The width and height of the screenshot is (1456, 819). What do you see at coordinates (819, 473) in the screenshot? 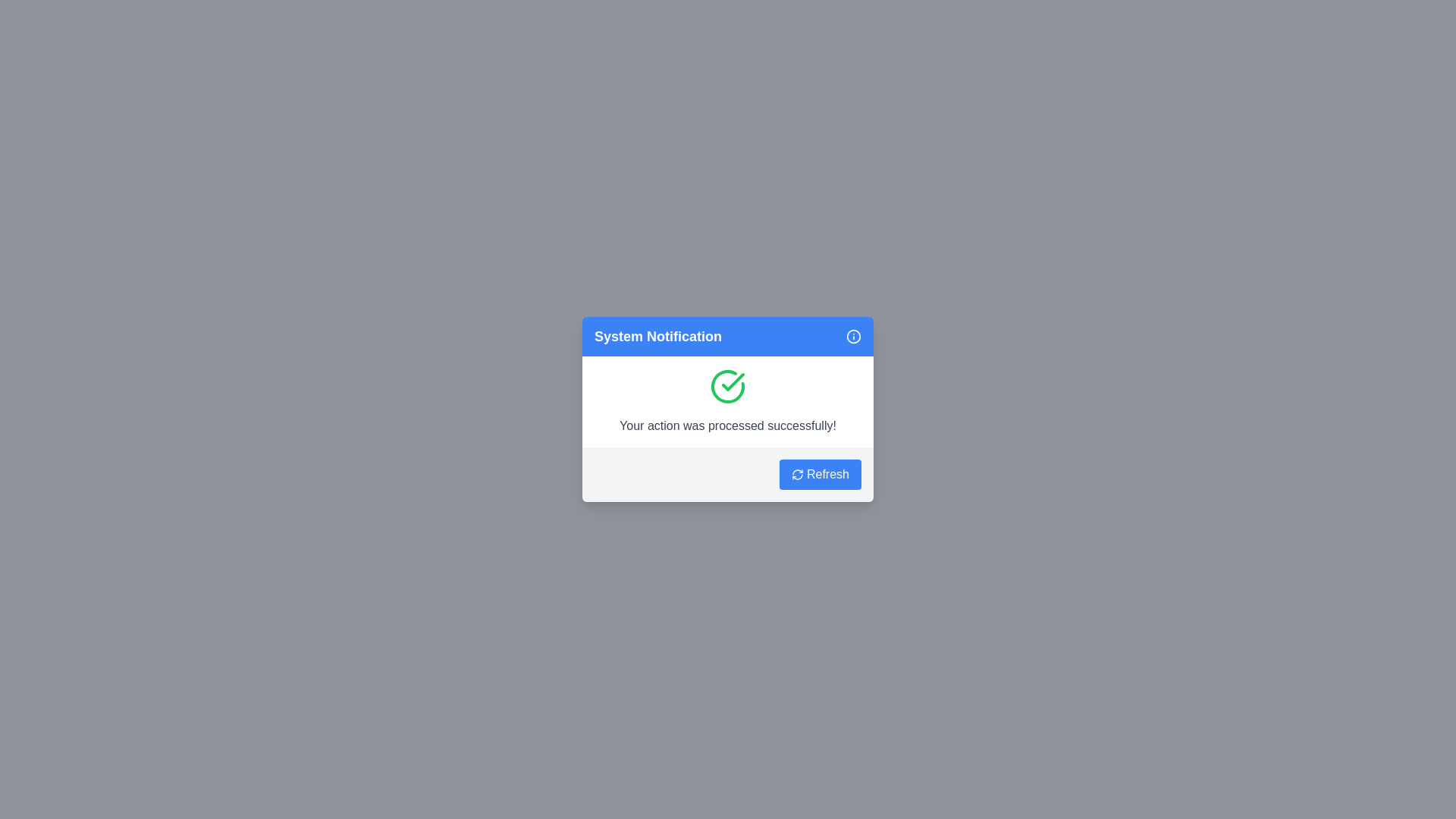
I see `the 'Refresh' button to refresh the page` at bounding box center [819, 473].